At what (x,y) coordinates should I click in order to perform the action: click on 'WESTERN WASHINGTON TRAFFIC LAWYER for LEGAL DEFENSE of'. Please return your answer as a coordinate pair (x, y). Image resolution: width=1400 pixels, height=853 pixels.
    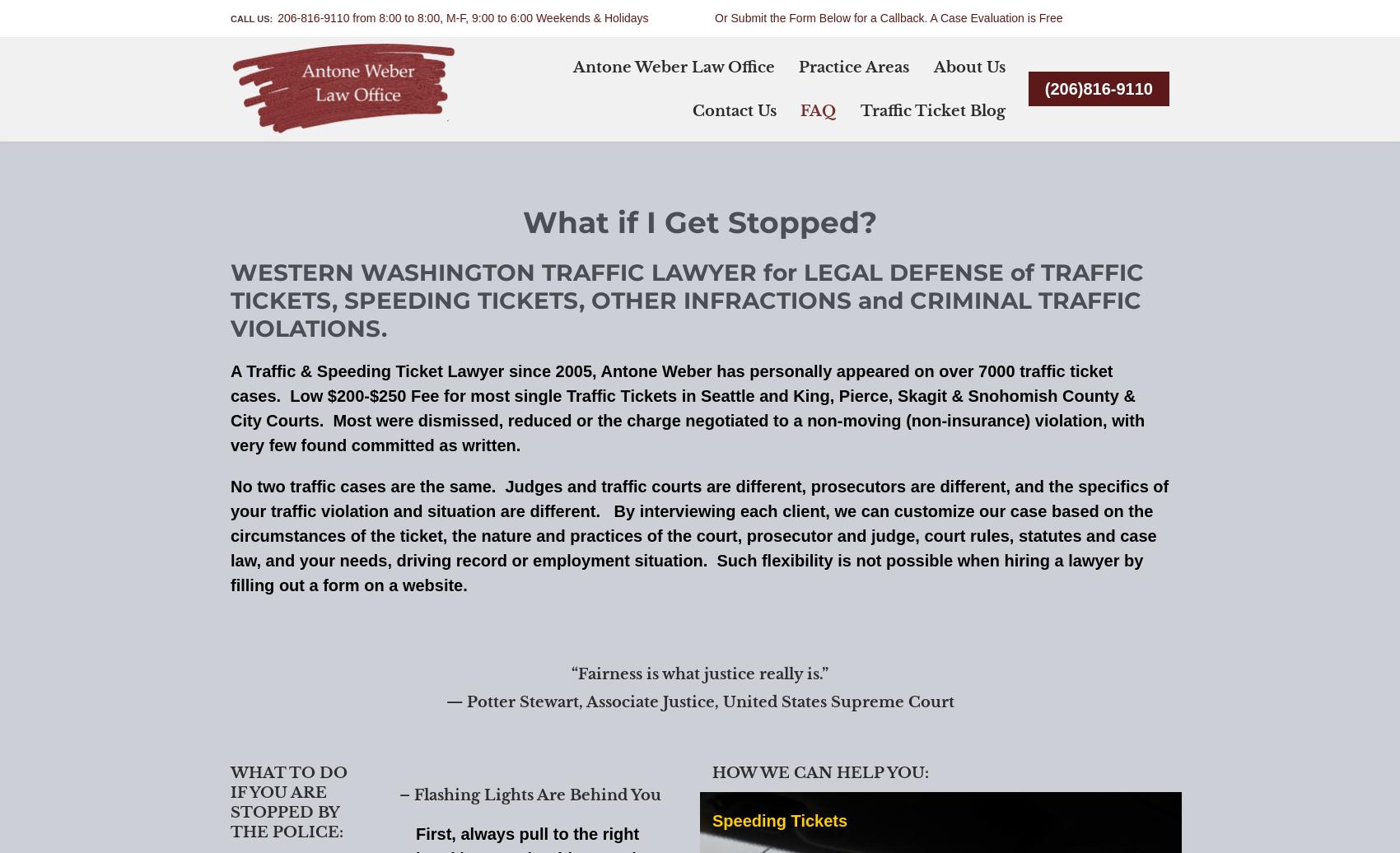
    Looking at the image, I should click on (634, 271).